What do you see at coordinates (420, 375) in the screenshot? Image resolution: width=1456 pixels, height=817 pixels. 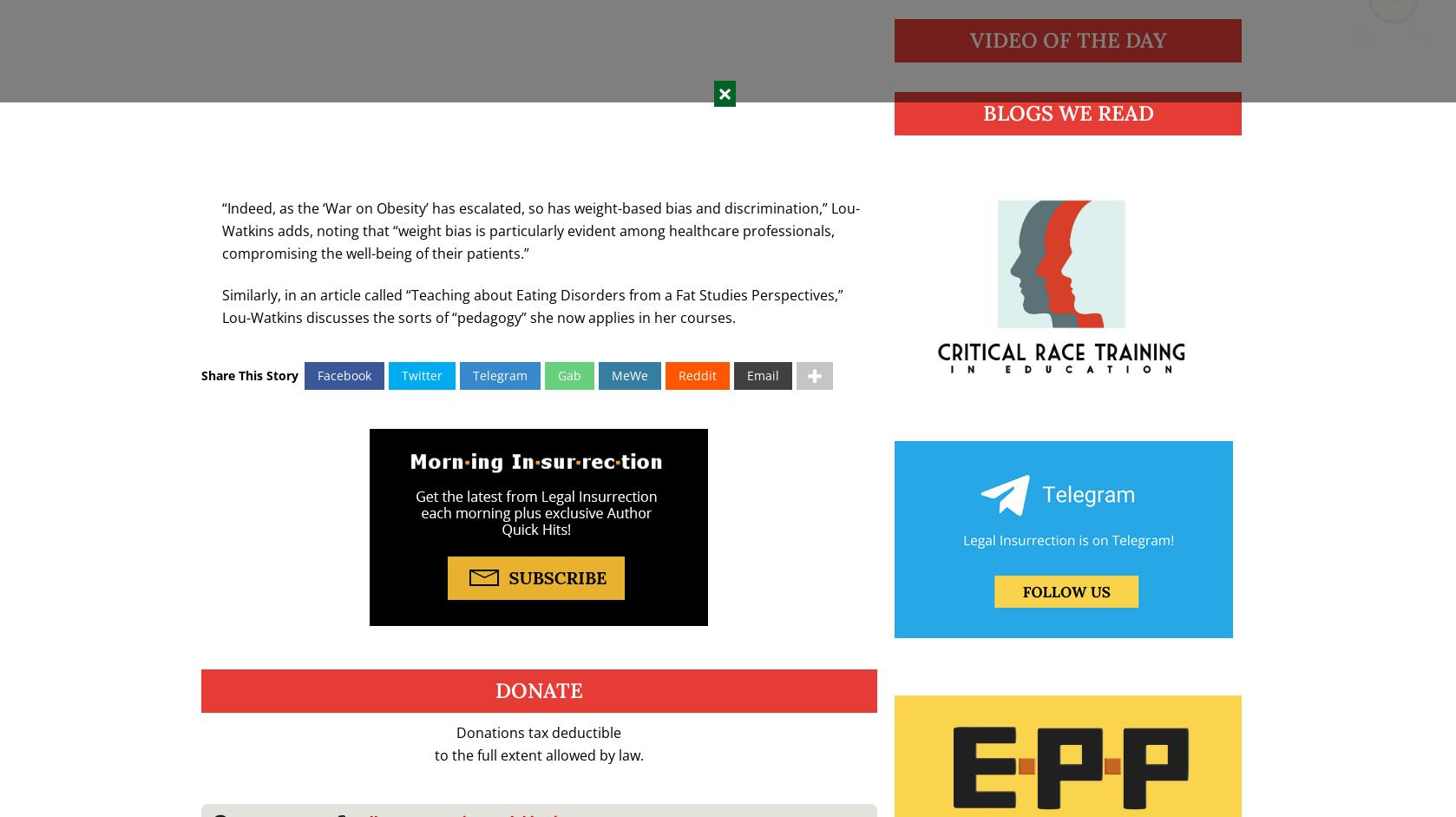 I see `'Twitter'` at bounding box center [420, 375].